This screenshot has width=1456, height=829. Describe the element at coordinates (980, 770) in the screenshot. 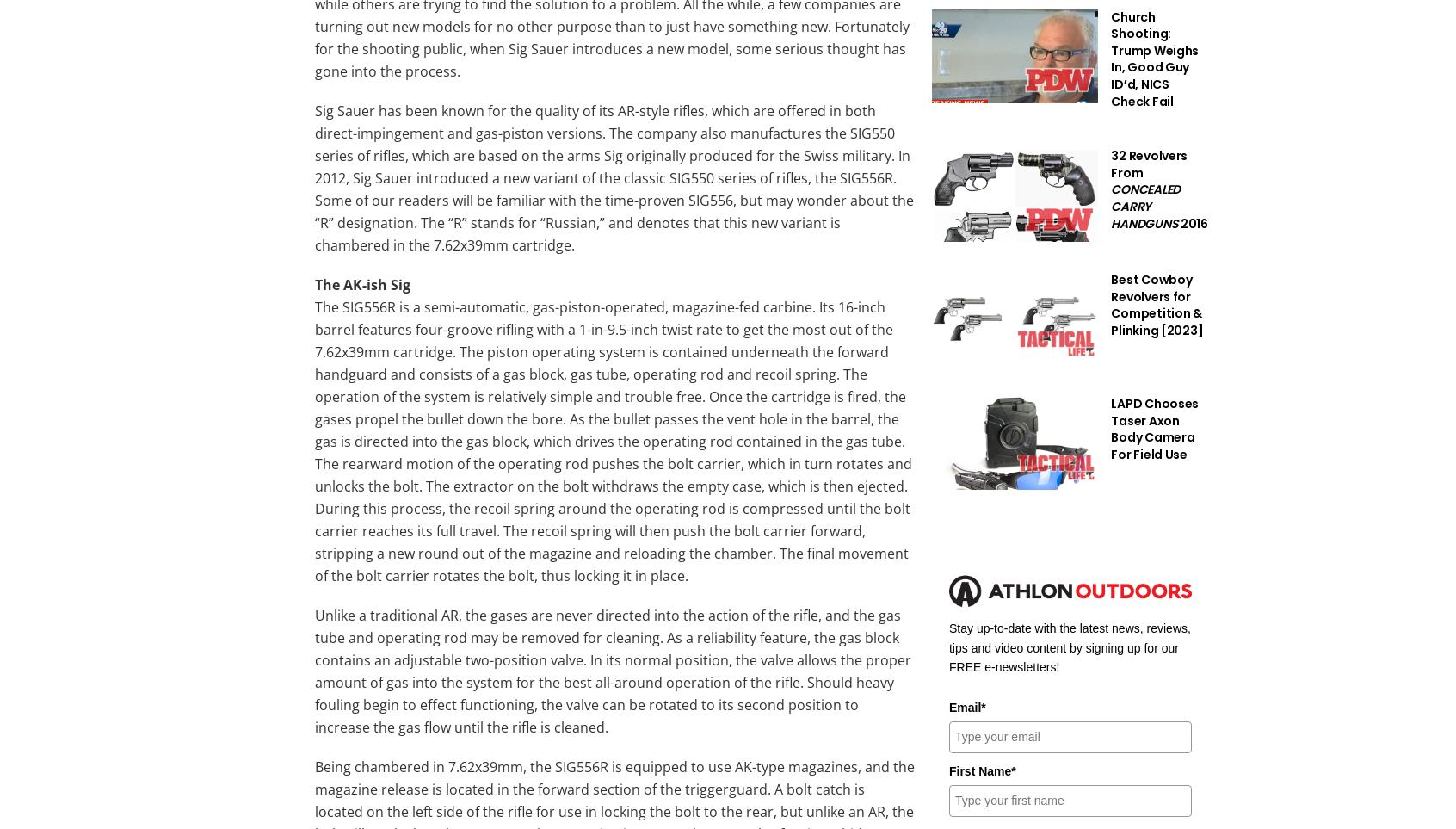

I see `'First Name*'` at that location.